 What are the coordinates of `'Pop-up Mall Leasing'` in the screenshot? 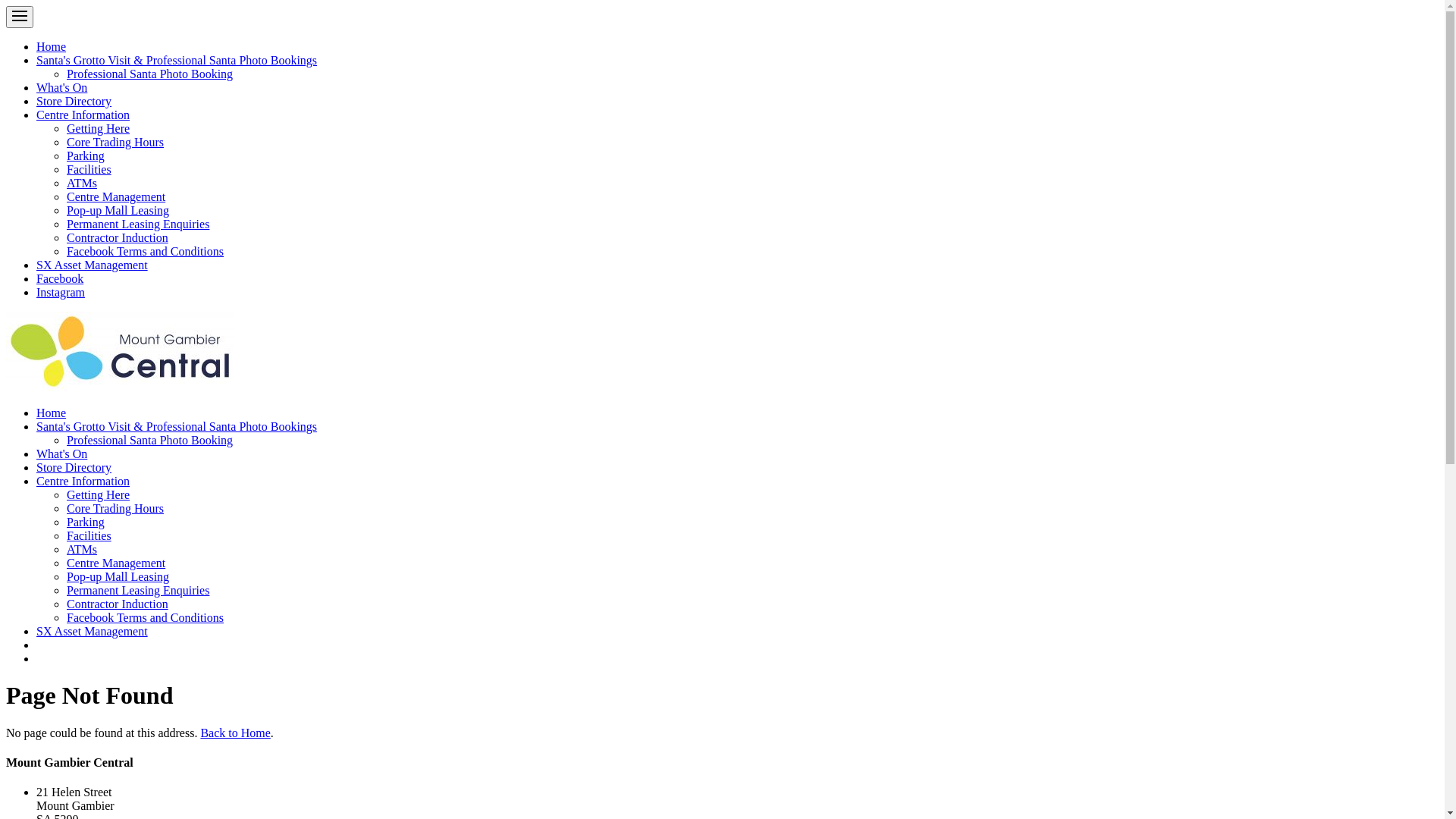 It's located at (117, 576).